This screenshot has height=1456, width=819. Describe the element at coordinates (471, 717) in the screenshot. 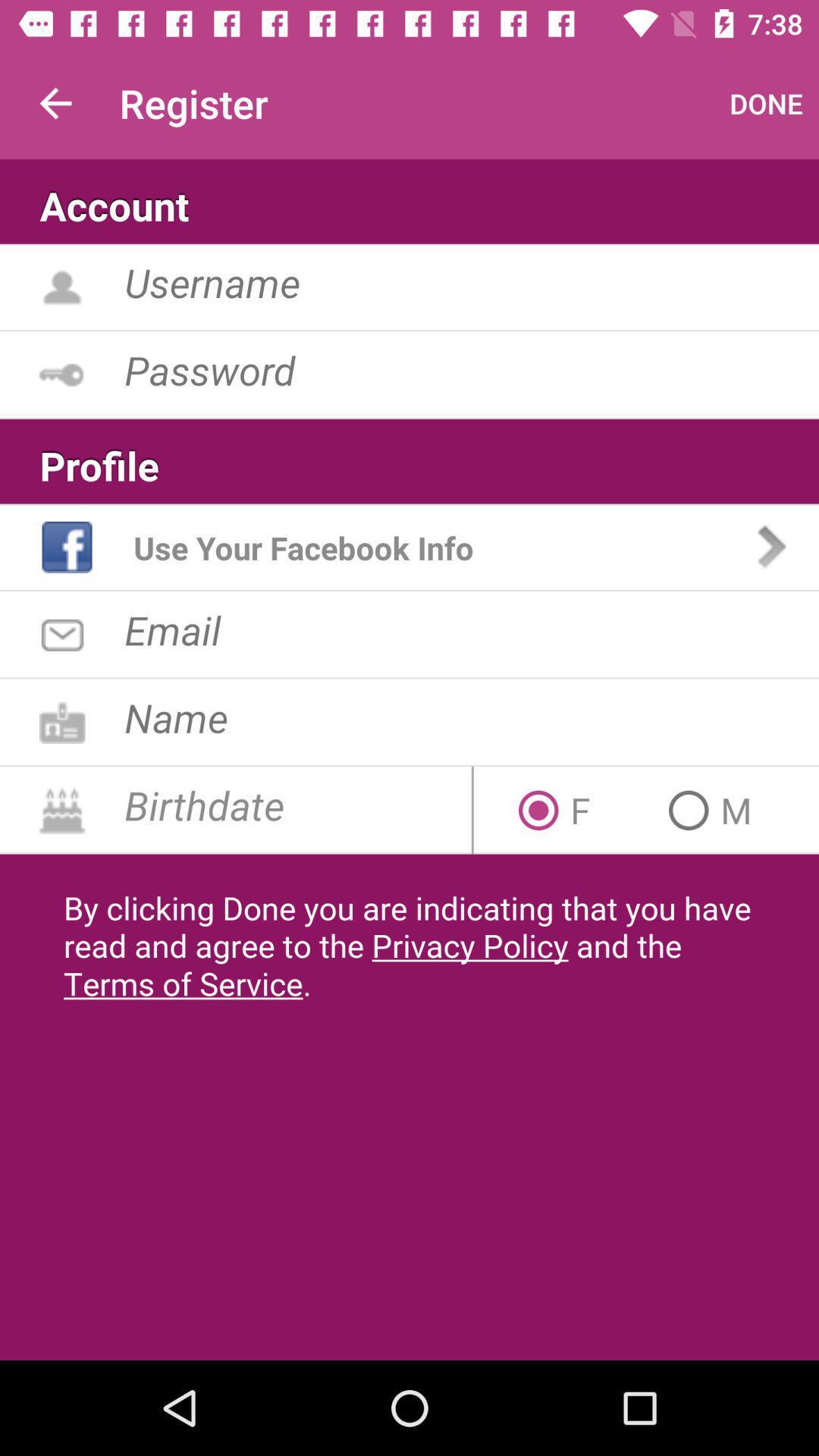

I see `name` at that location.